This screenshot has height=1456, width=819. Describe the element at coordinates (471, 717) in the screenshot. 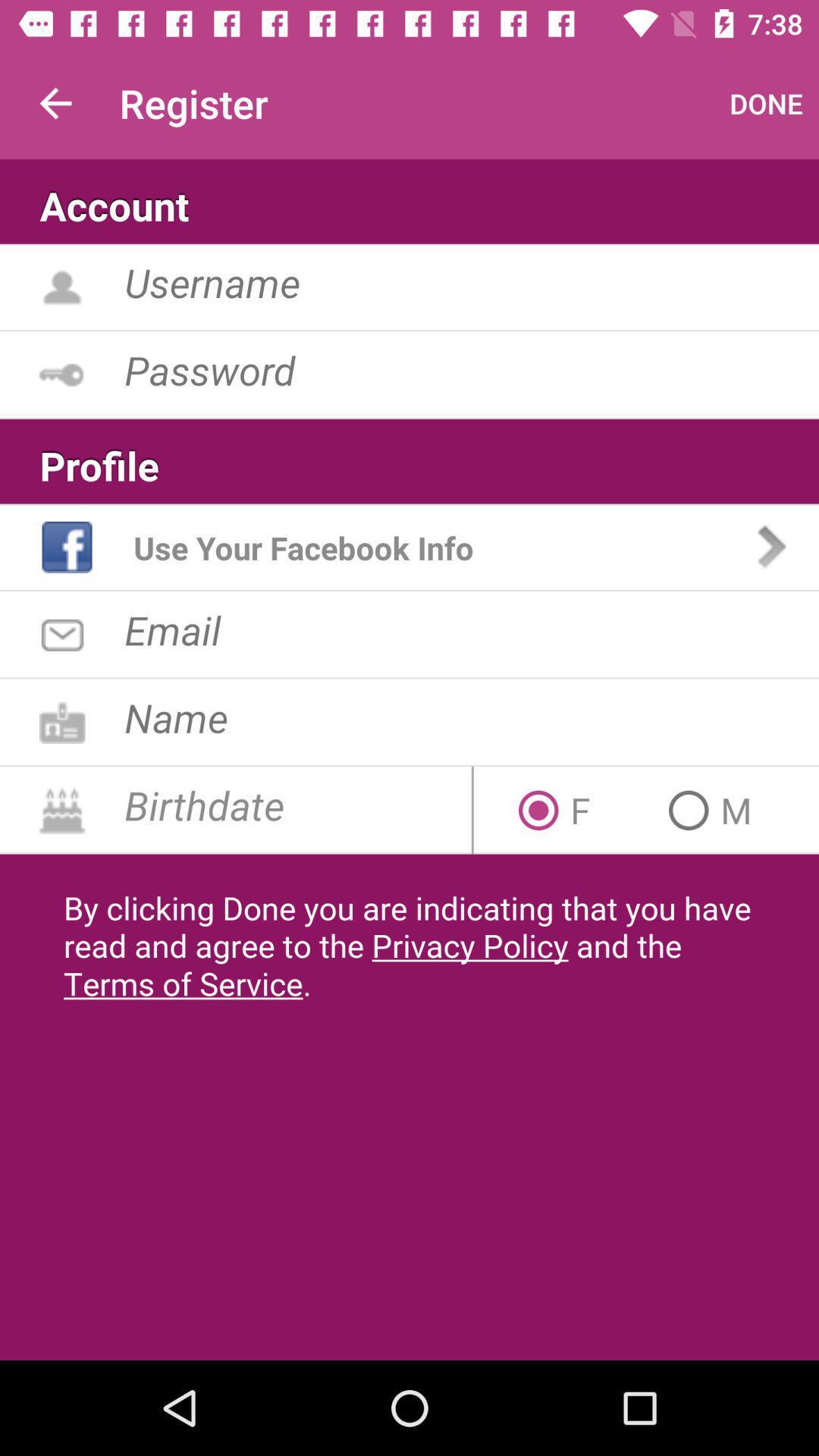

I see `name` at that location.